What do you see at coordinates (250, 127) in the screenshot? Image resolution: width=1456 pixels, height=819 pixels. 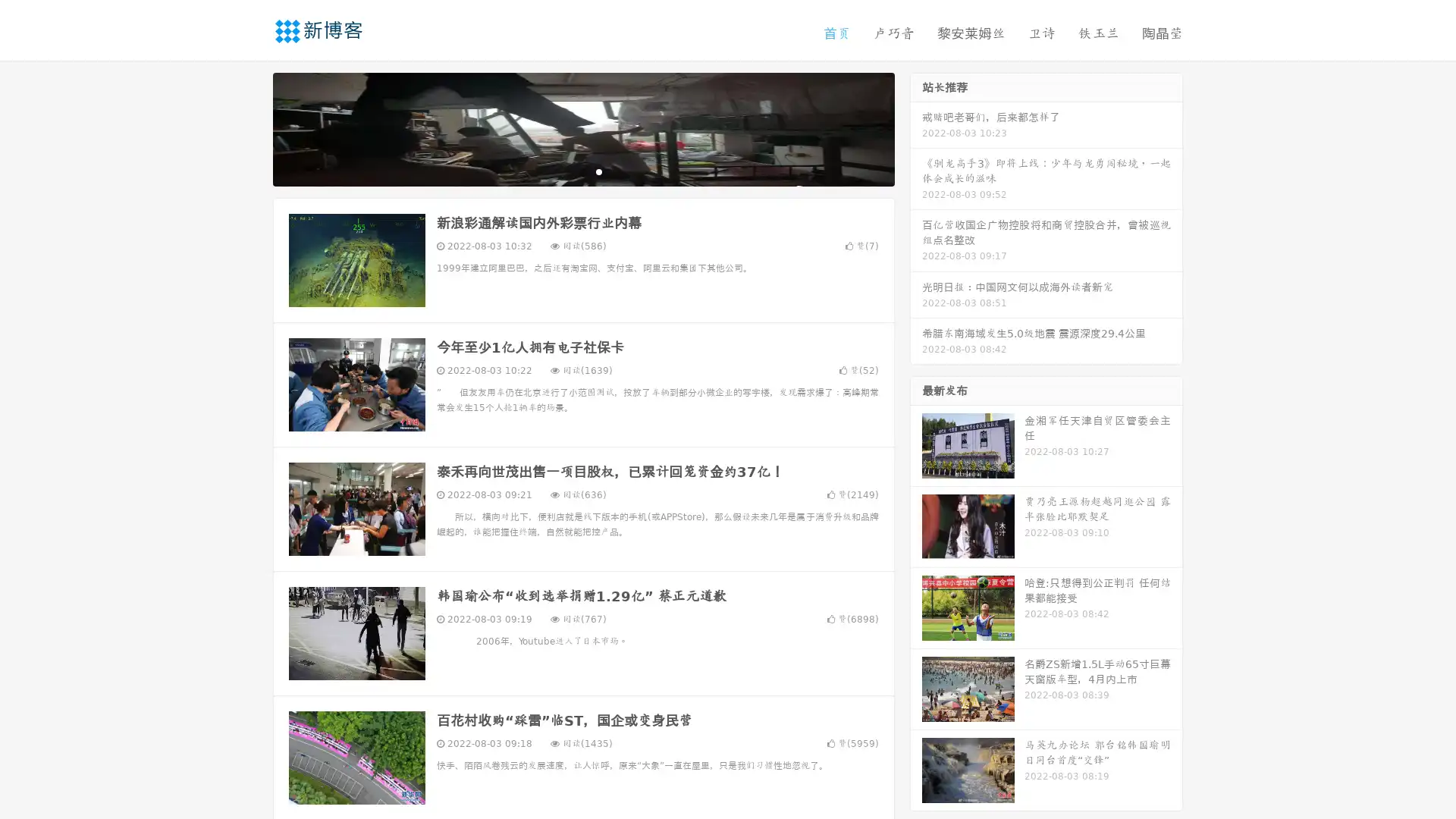 I see `Previous slide` at bounding box center [250, 127].